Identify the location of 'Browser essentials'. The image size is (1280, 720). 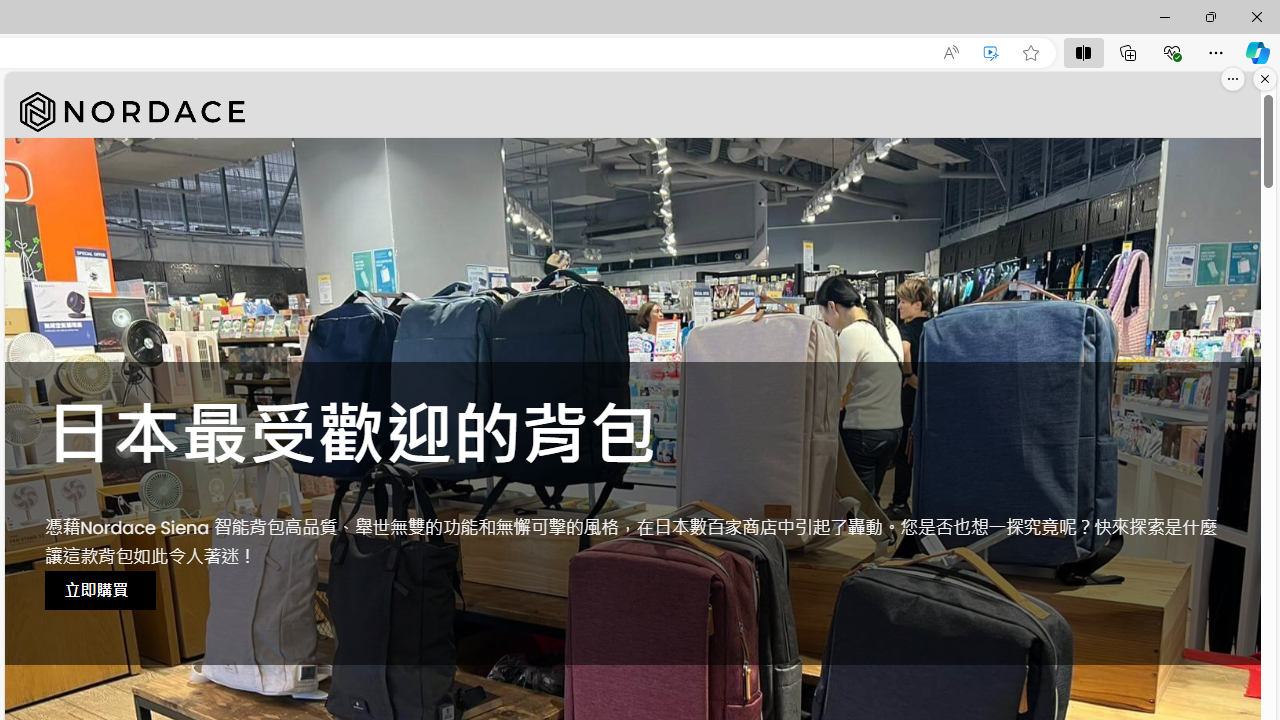
(1171, 51).